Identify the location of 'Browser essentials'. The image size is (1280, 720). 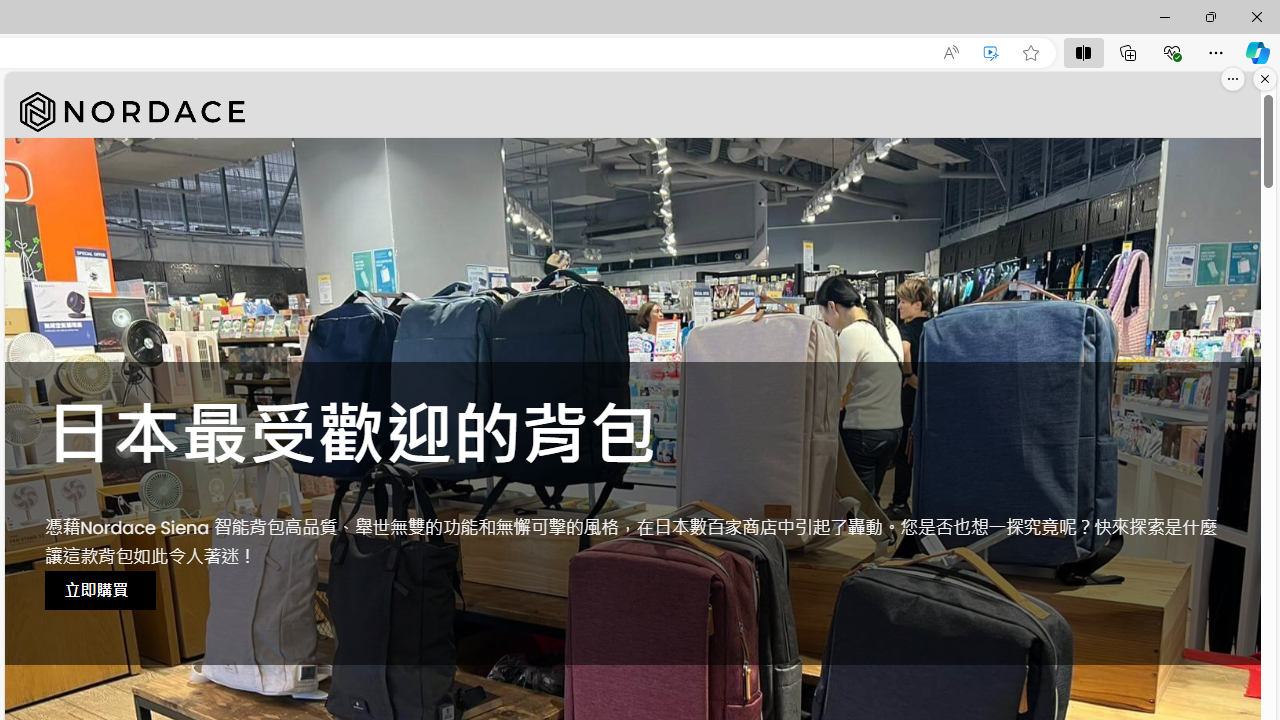
(1171, 51).